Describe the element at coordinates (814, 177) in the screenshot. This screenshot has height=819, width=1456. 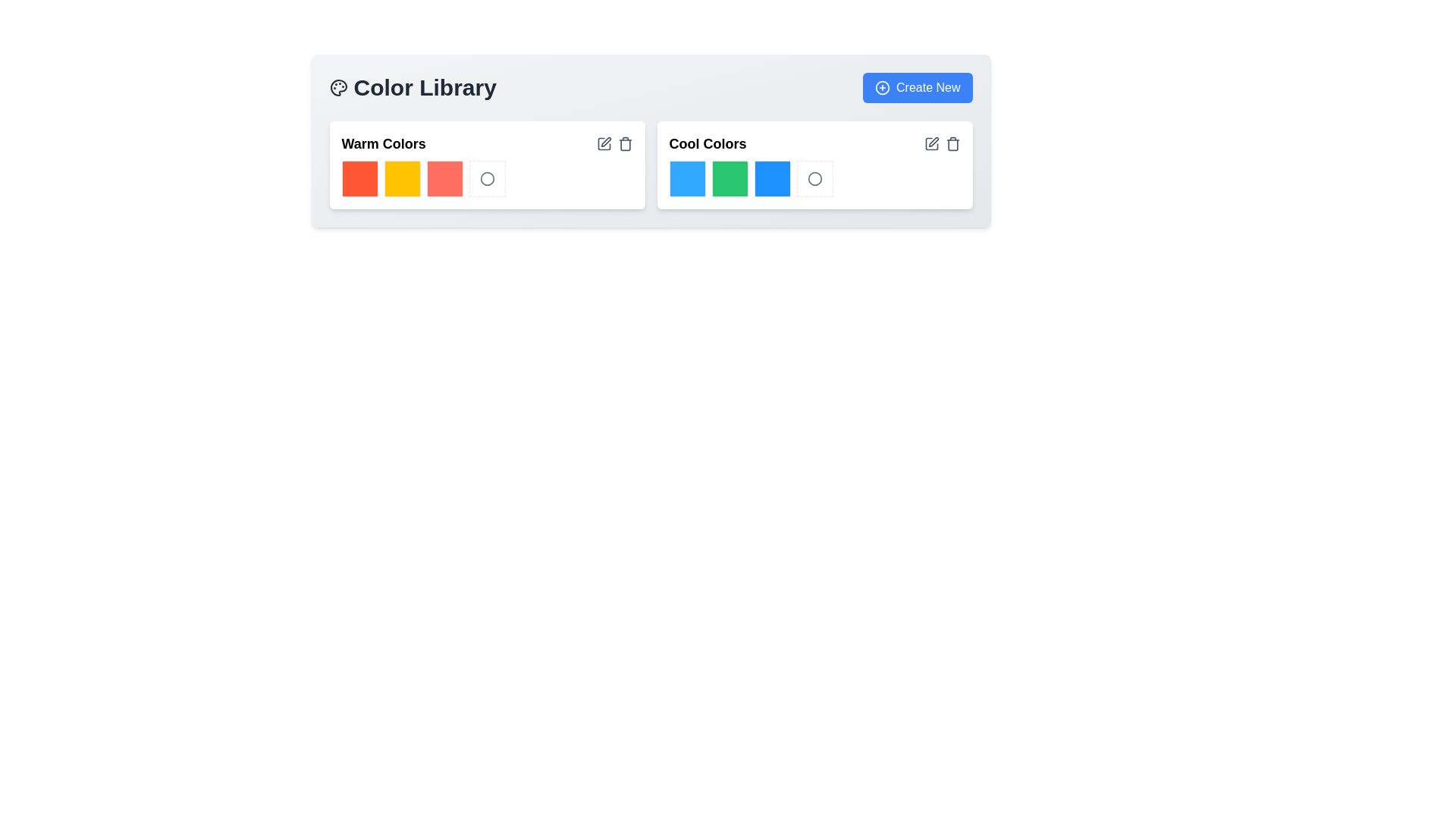
I see `the color selection icon located at the end of the 'Cool Colors' section to interact with it` at that location.